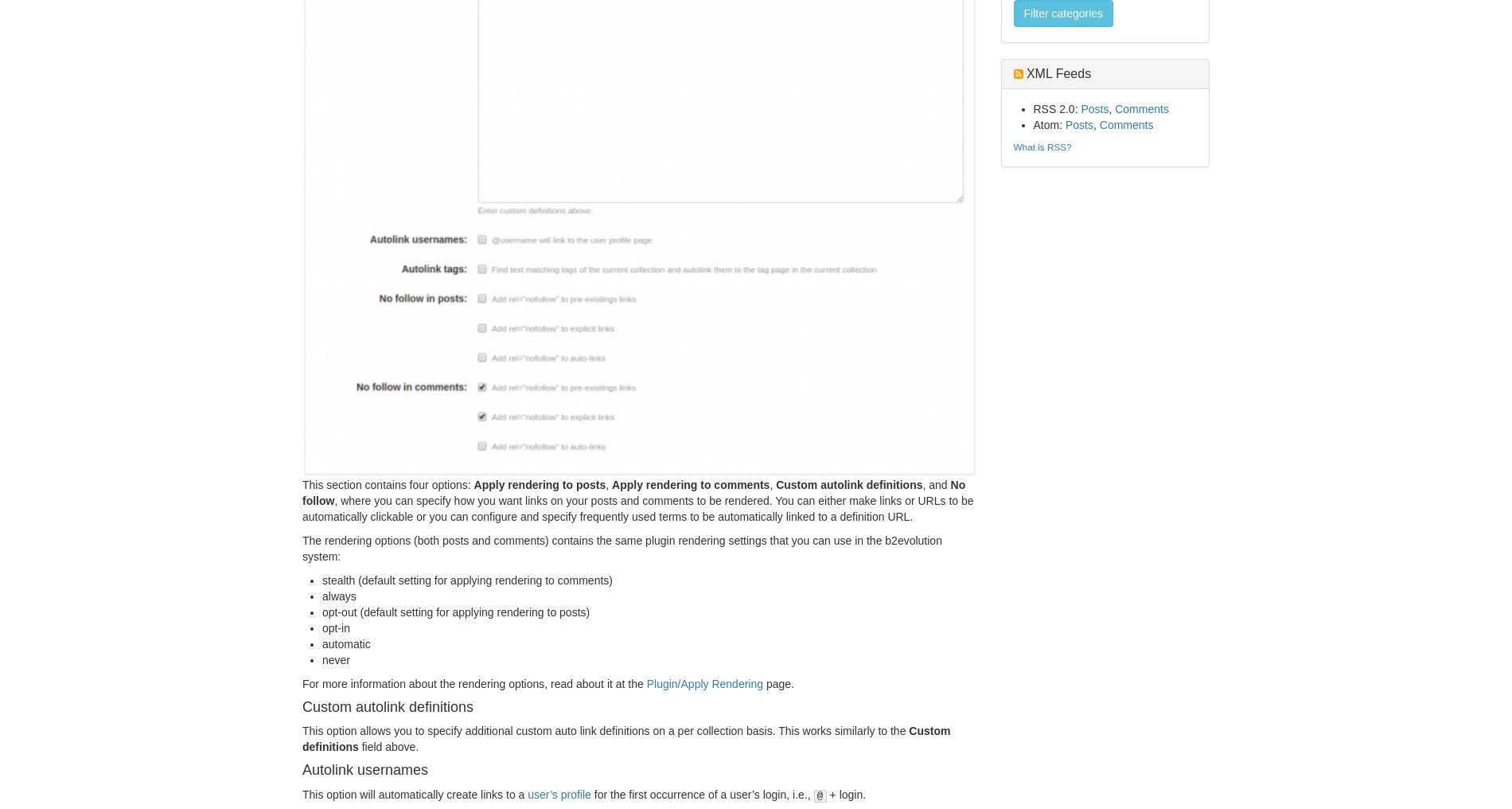  I want to click on 'XML Feeds', so click(1055, 73).